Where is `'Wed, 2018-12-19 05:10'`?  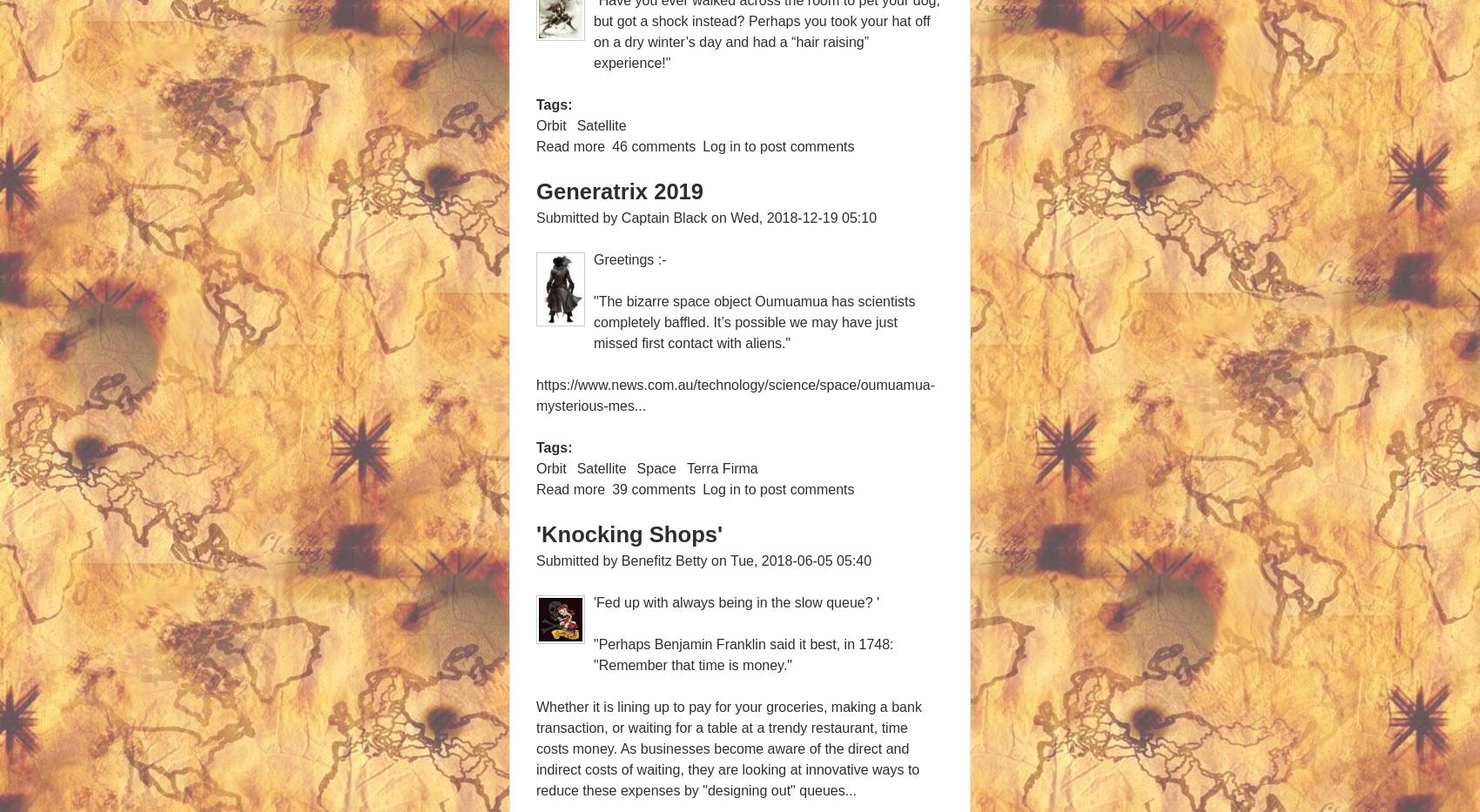
'Wed, 2018-12-19 05:10' is located at coordinates (803, 217).